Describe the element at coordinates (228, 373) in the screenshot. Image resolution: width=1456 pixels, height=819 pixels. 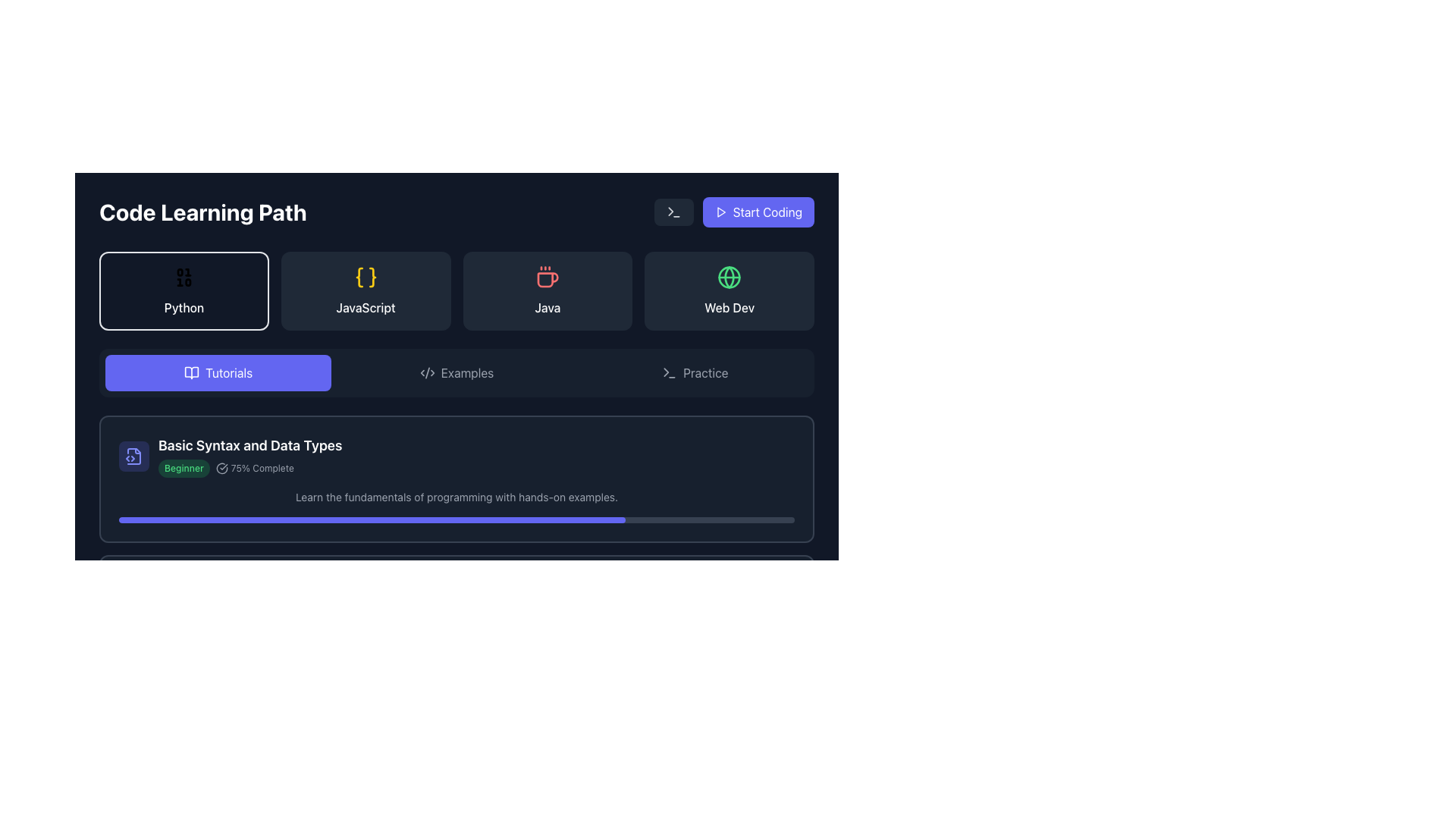
I see `the 'Tutorials' text label, which indicates the purpose of the button directing users to the 'Tutorials' section` at that location.